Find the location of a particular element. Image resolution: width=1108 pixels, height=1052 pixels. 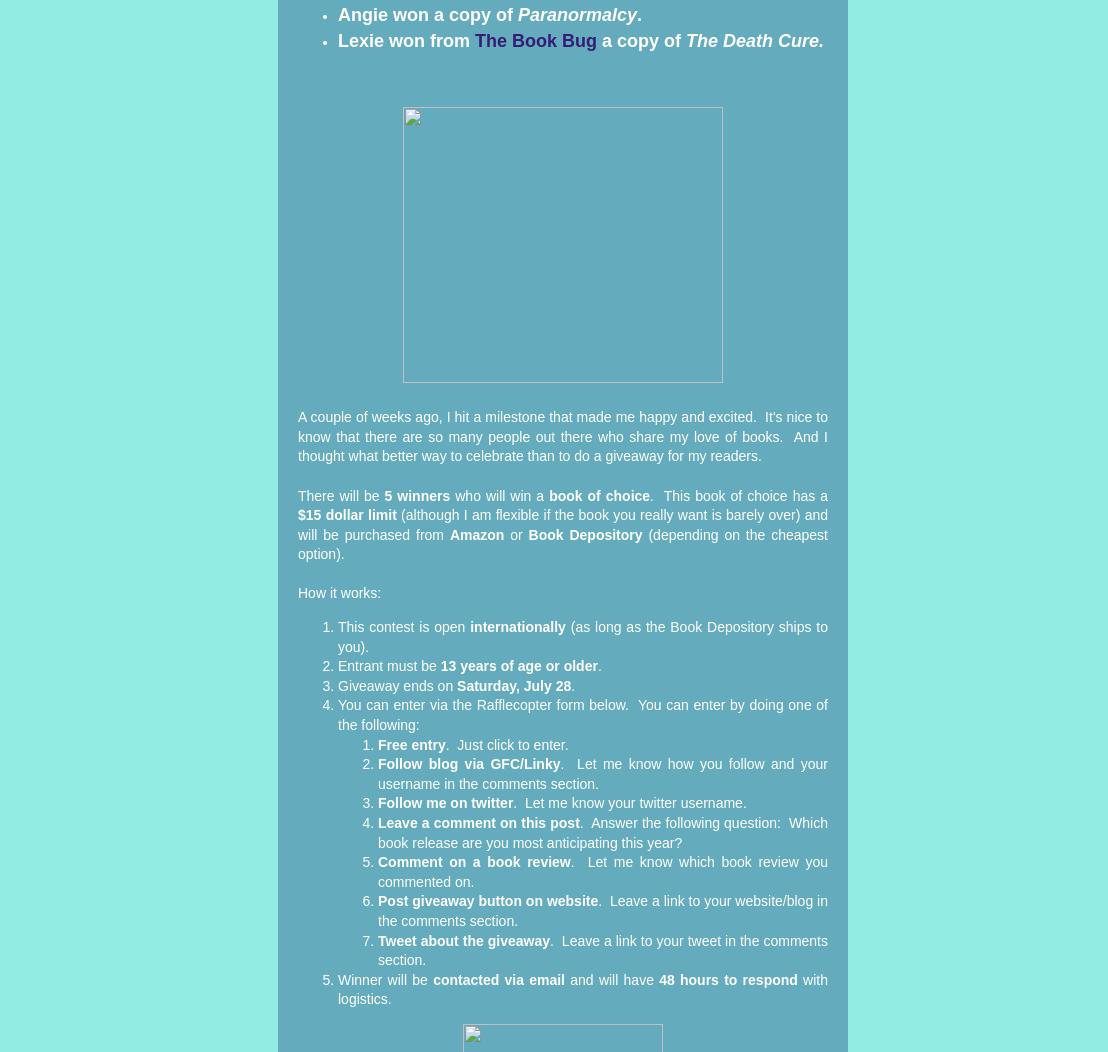

'Comment on a book review' is located at coordinates (474, 861).